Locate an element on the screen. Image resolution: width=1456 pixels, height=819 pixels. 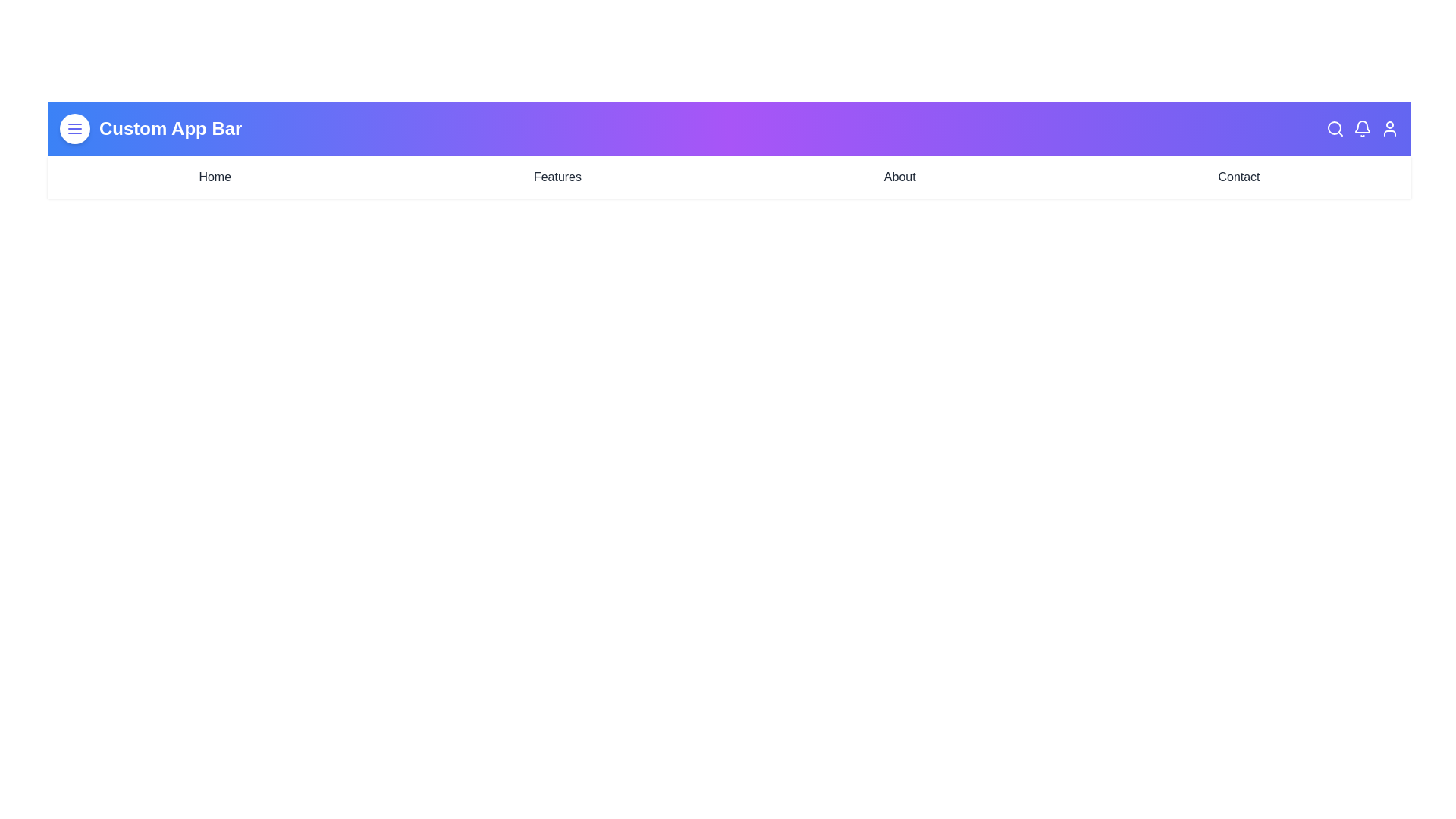
the navigation link labeled Contact is located at coordinates (1238, 177).